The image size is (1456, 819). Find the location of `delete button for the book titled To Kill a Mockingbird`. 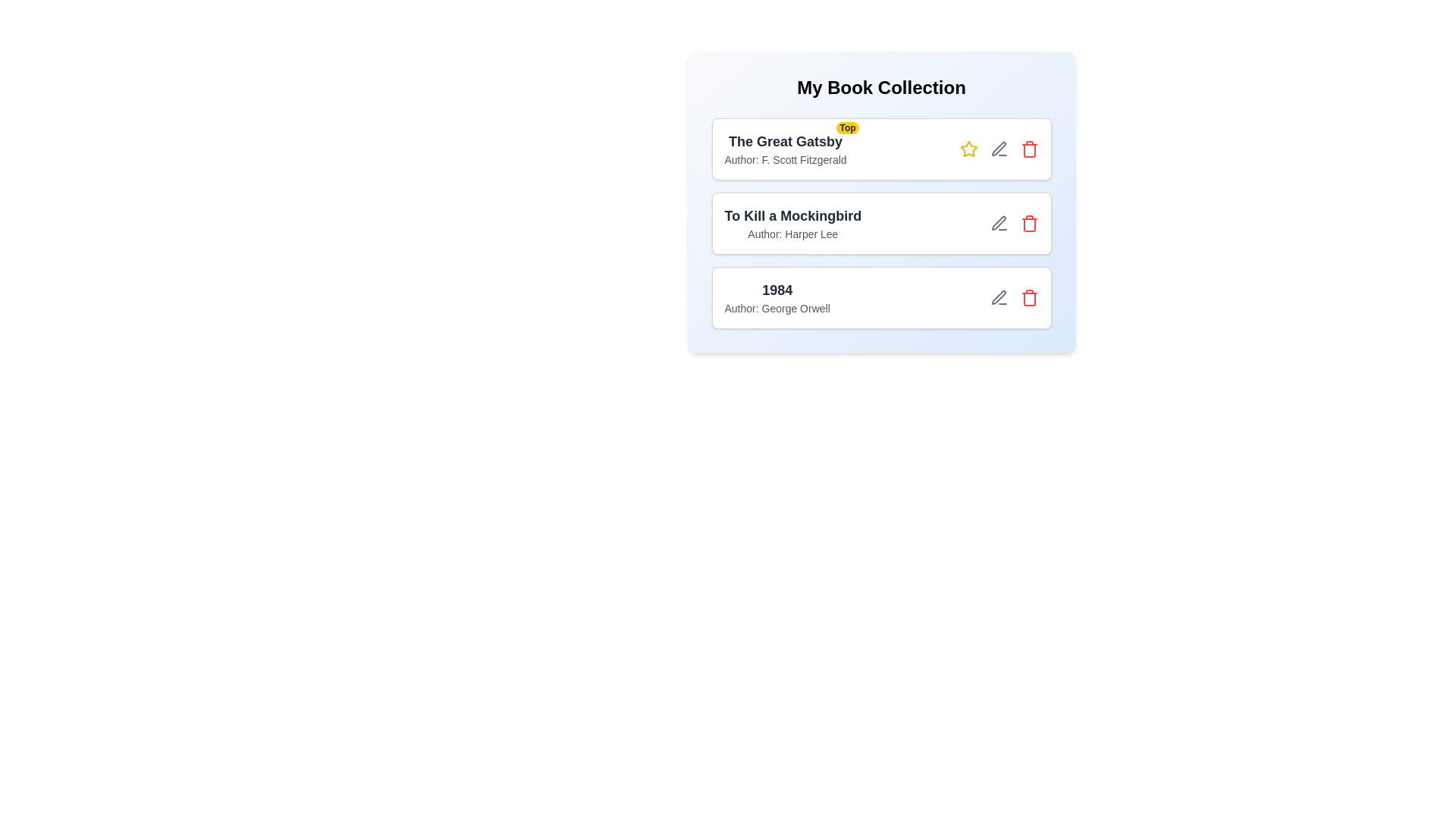

delete button for the book titled To Kill a Mockingbird is located at coordinates (1029, 223).